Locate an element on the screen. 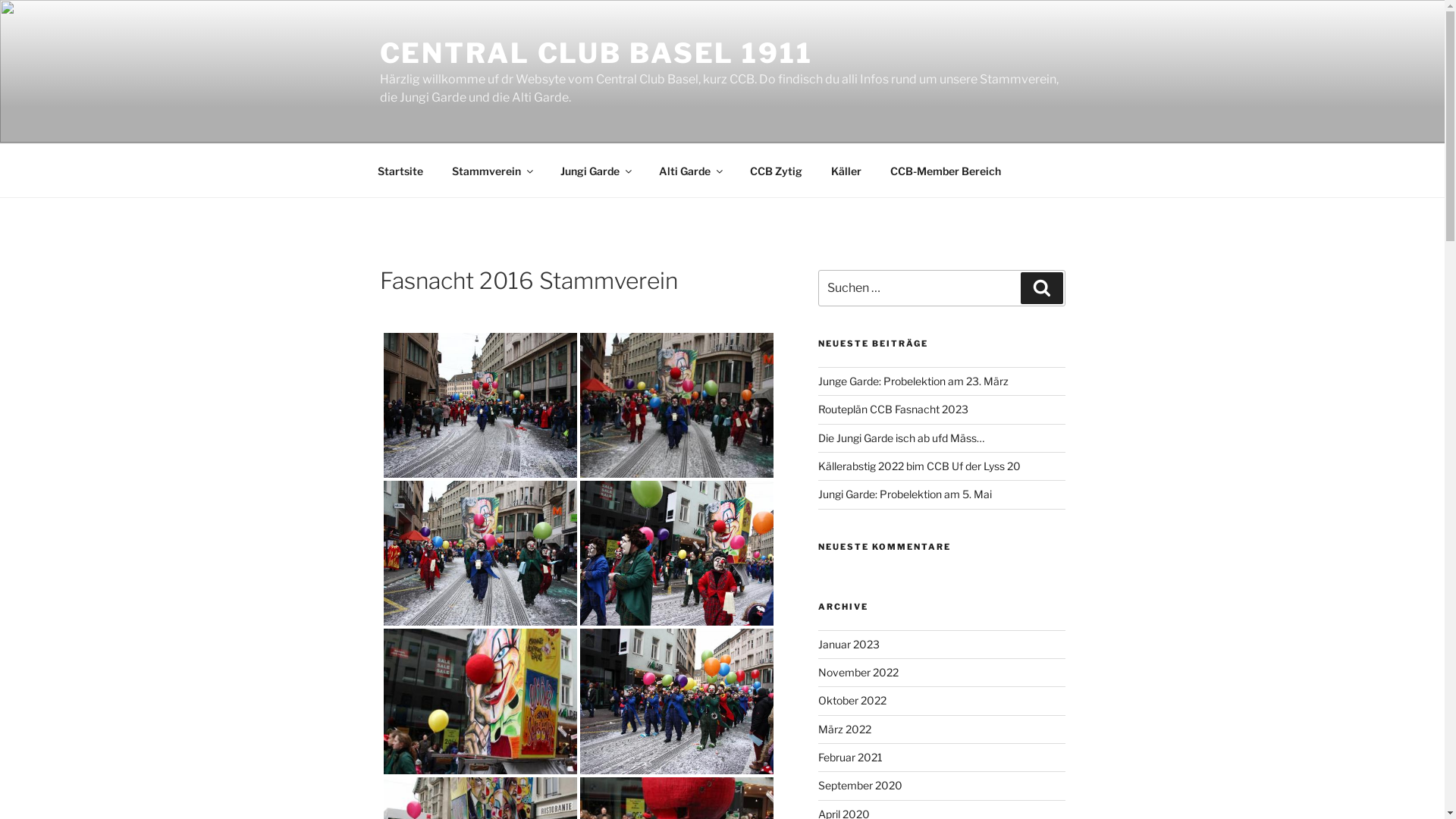  'Oktober 2022' is located at coordinates (852, 700).